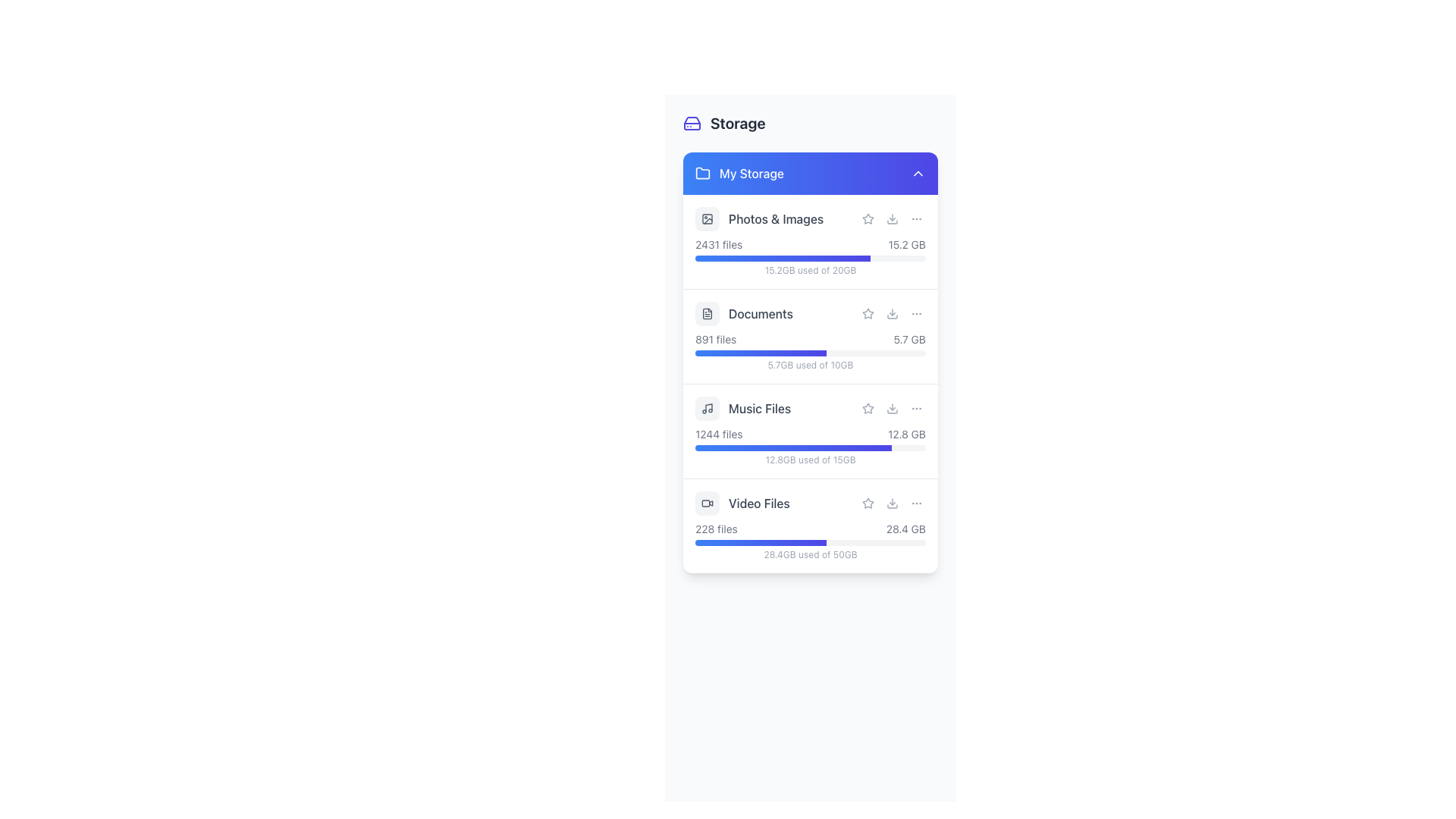 The width and height of the screenshot is (1456, 819). I want to click on the download icon for the 'Video Files' category, which is the second icon in the rightmost group, located between a star-shaped icon and a menu with three dots, to initiate the download, so click(892, 503).